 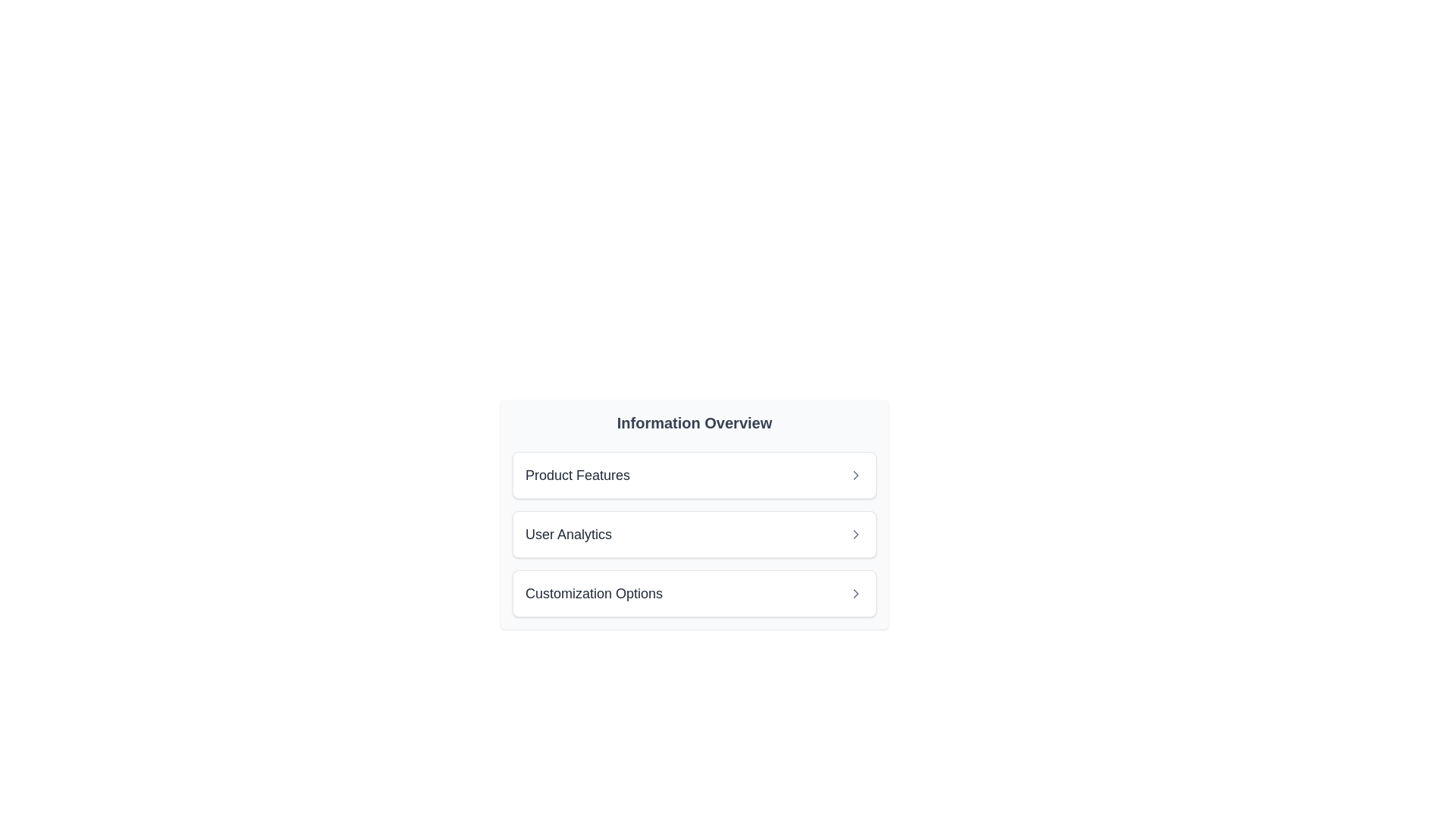 What do you see at coordinates (855, 534) in the screenshot?
I see `the SVG Icon located at the far right of the 'User Analytics' row` at bounding box center [855, 534].